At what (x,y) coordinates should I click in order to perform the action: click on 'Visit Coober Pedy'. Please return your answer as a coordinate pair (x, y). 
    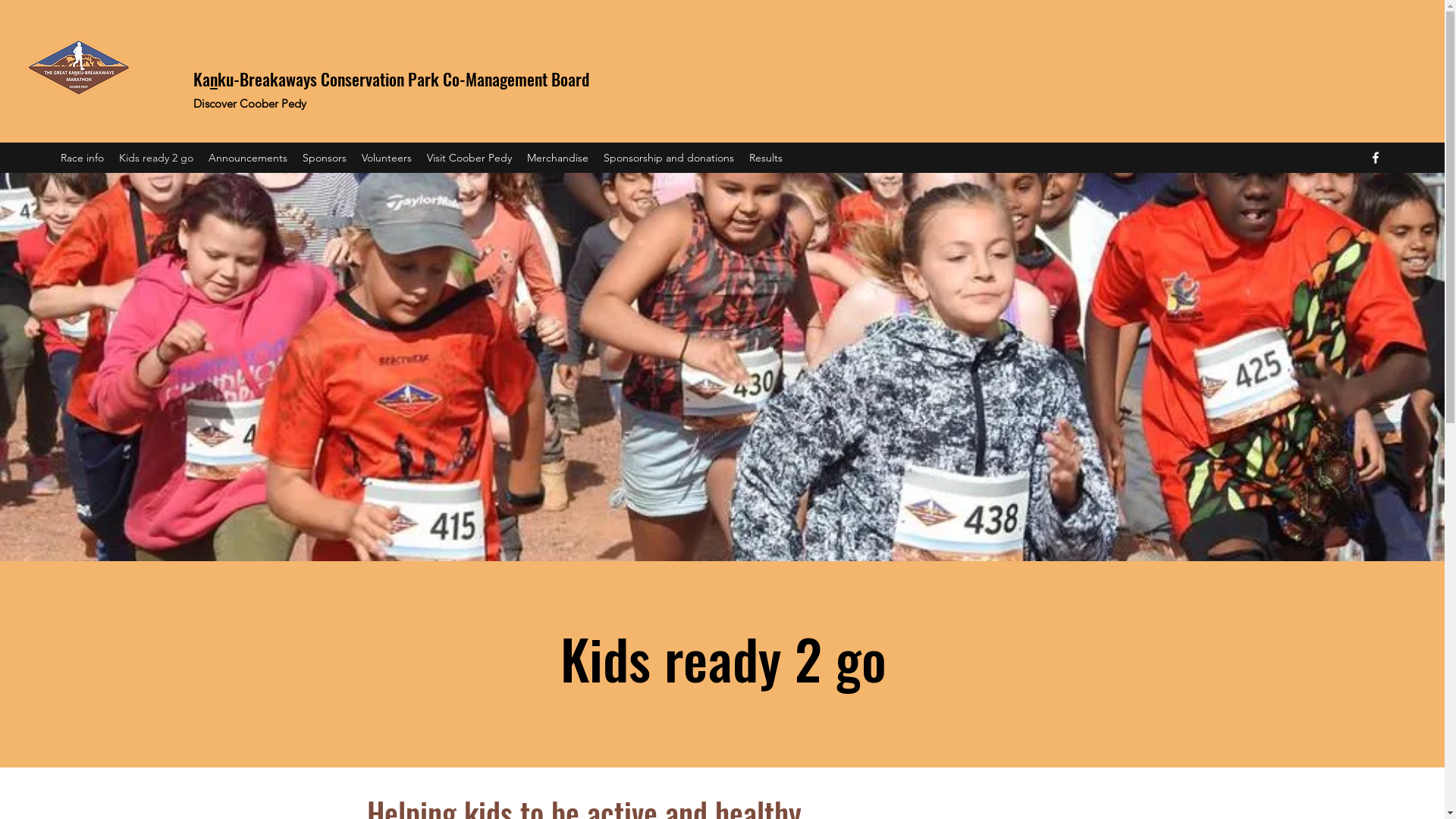
    Looking at the image, I should click on (469, 158).